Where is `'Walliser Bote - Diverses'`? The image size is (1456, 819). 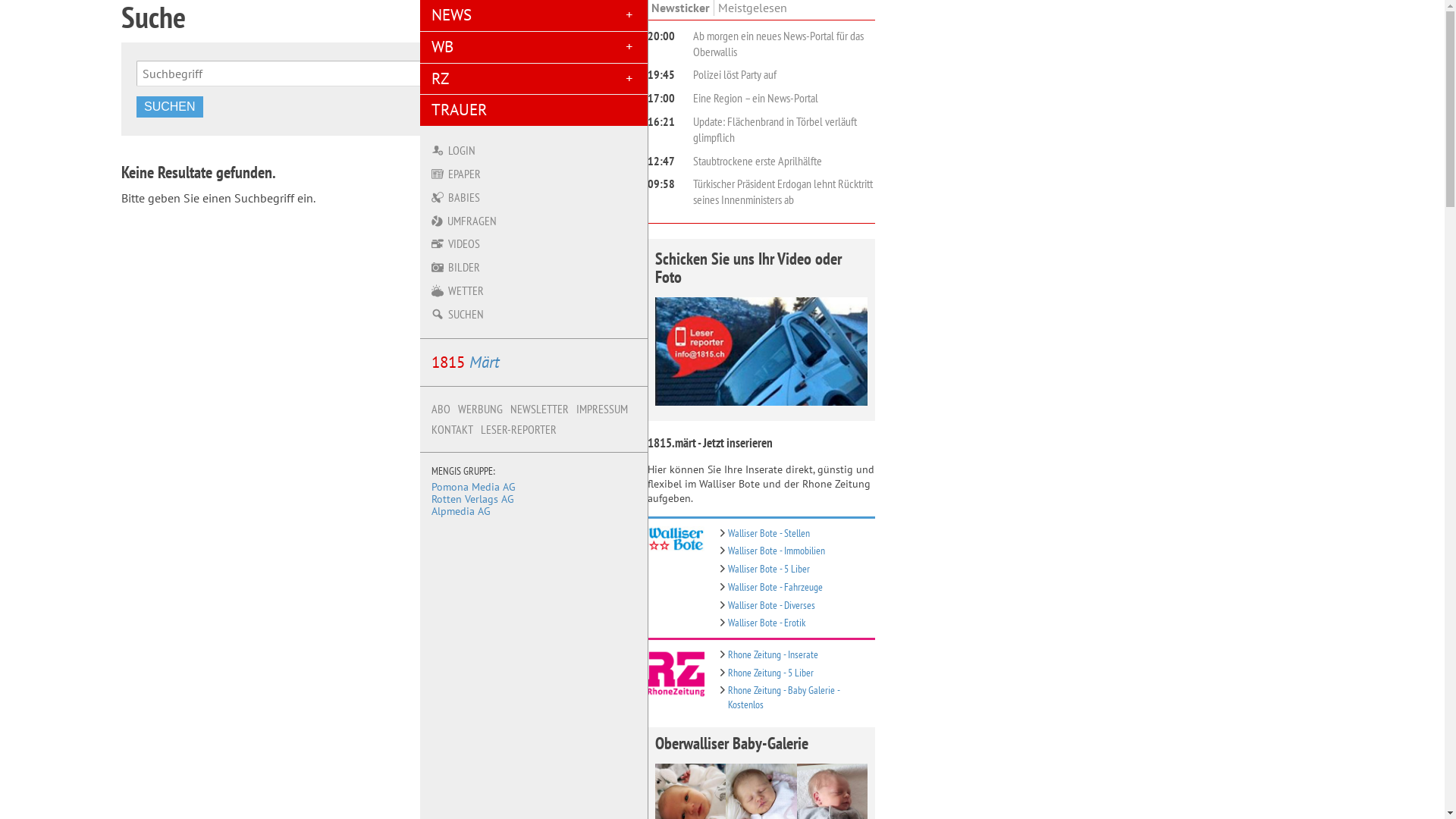 'Walliser Bote - Diverses' is located at coordinates (728, 604).